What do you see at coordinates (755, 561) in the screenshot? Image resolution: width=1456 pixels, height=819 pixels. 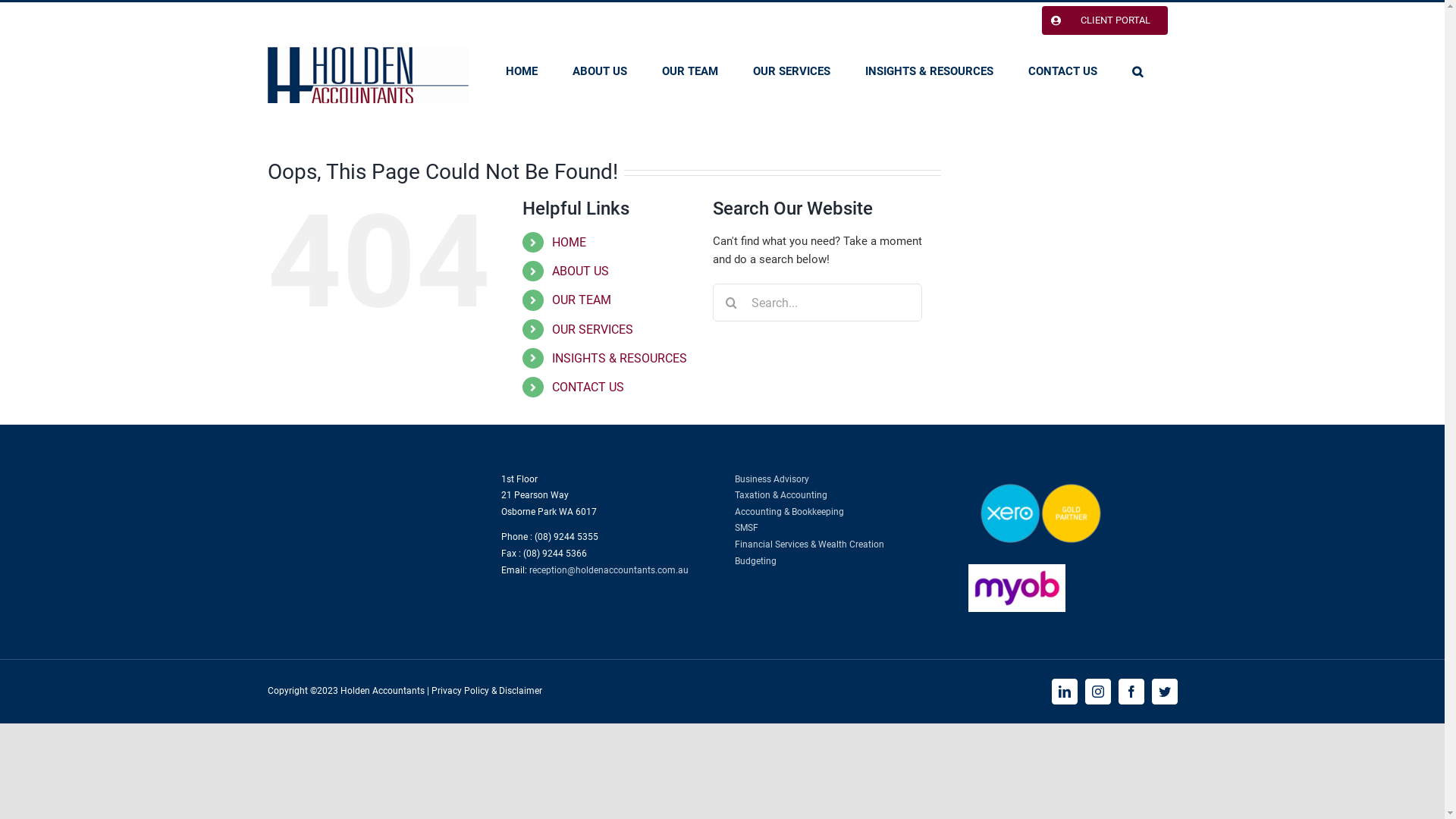 I see `'Budgeting'` at bounding box center [755, 561].